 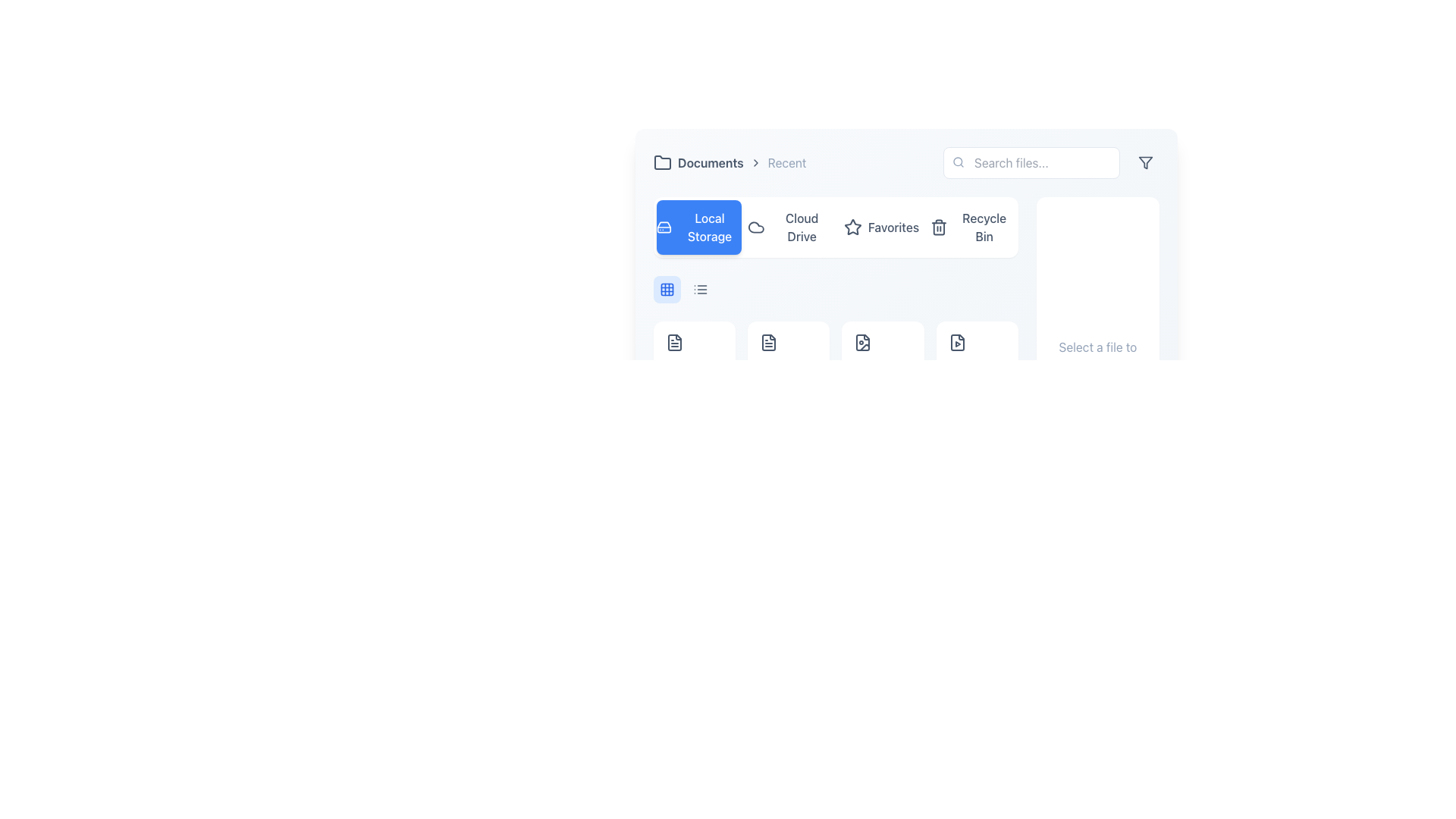 I want to click on the folder icon, which is a minimalistic rectangular design with a tab-like projection, located near the upper-left corner of the interface, adjacent to the 'Documents' breadcrumb and 'Recent' text, so click(x=662, y=162).